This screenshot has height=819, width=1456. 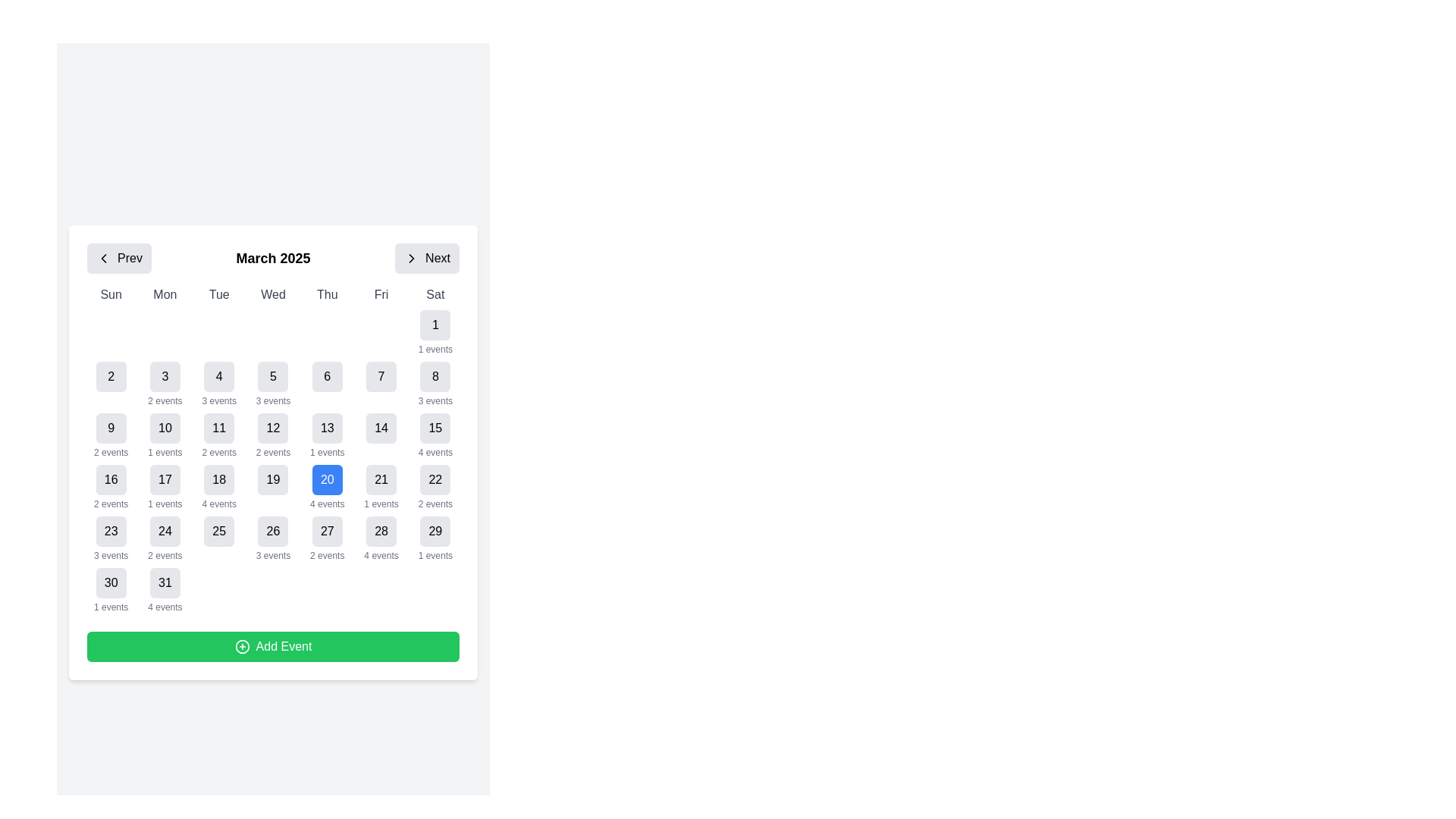 I want to click on the DateCell representing date 8 with '3 events' displayed below it, so click(x=435, y=383).